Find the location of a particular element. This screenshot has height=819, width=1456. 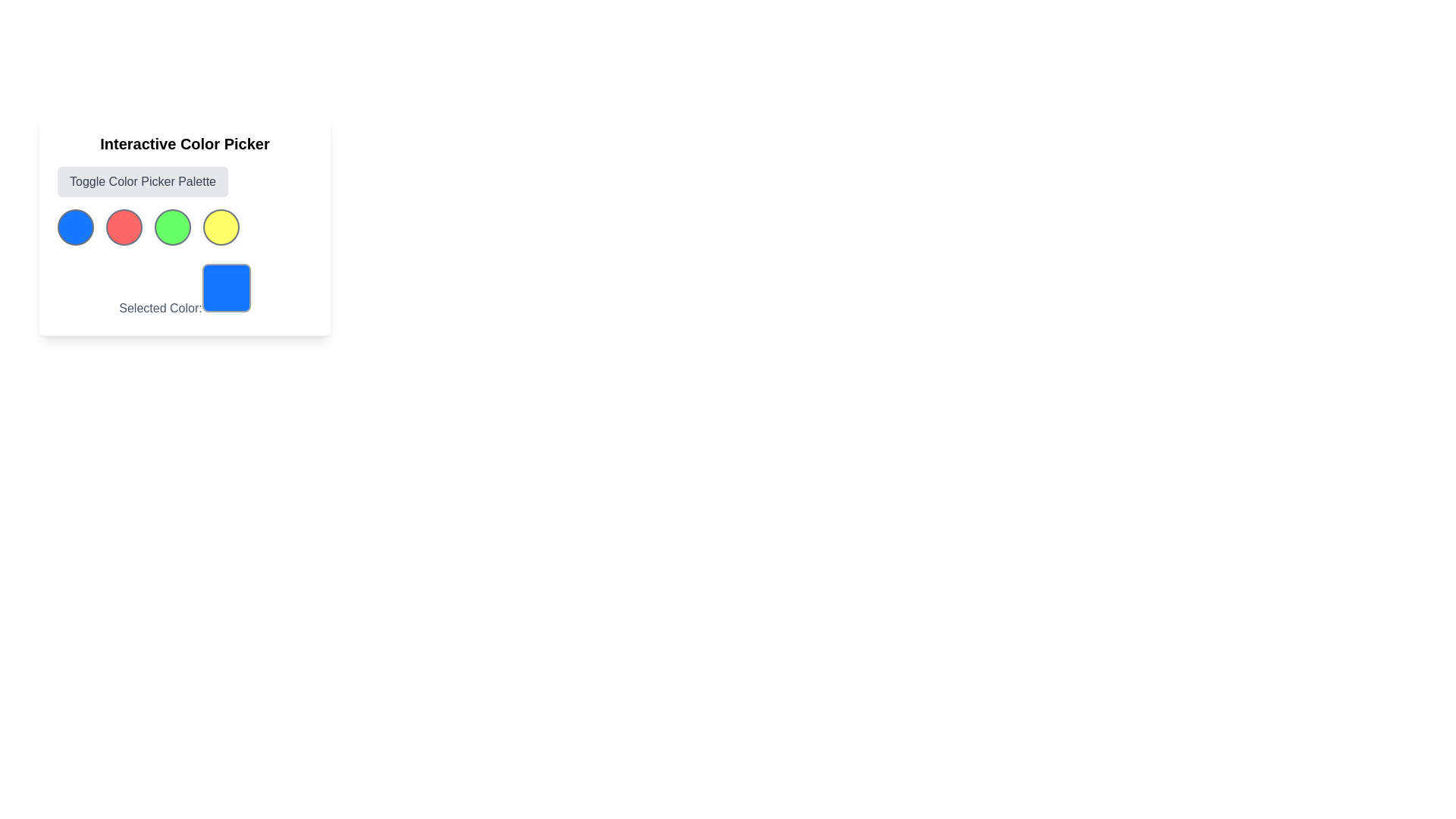

the circular red button with a gray border, which is the second button in a row of four color selection buttons is located at coordinates (124, 227).